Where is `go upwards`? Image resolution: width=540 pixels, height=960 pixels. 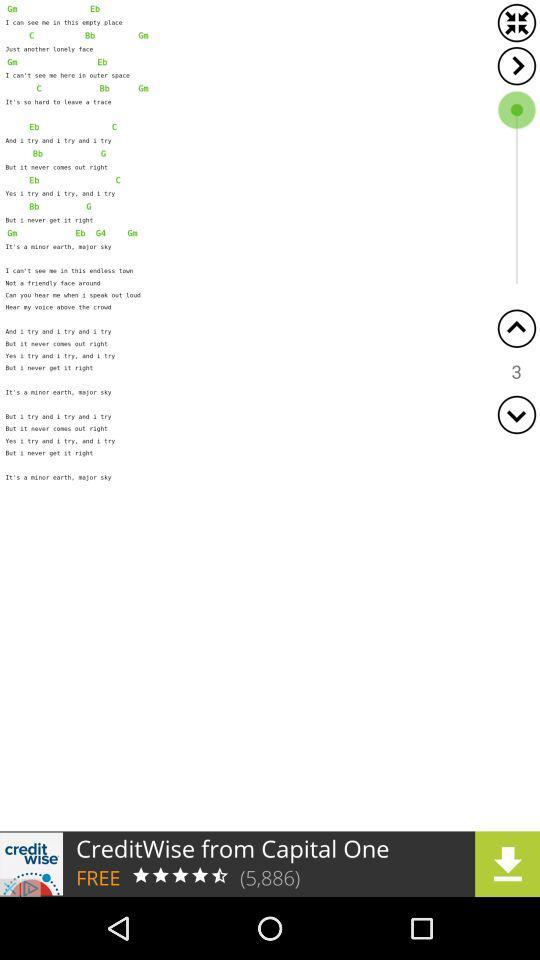
go upwards is located at coordinates (516, 328).